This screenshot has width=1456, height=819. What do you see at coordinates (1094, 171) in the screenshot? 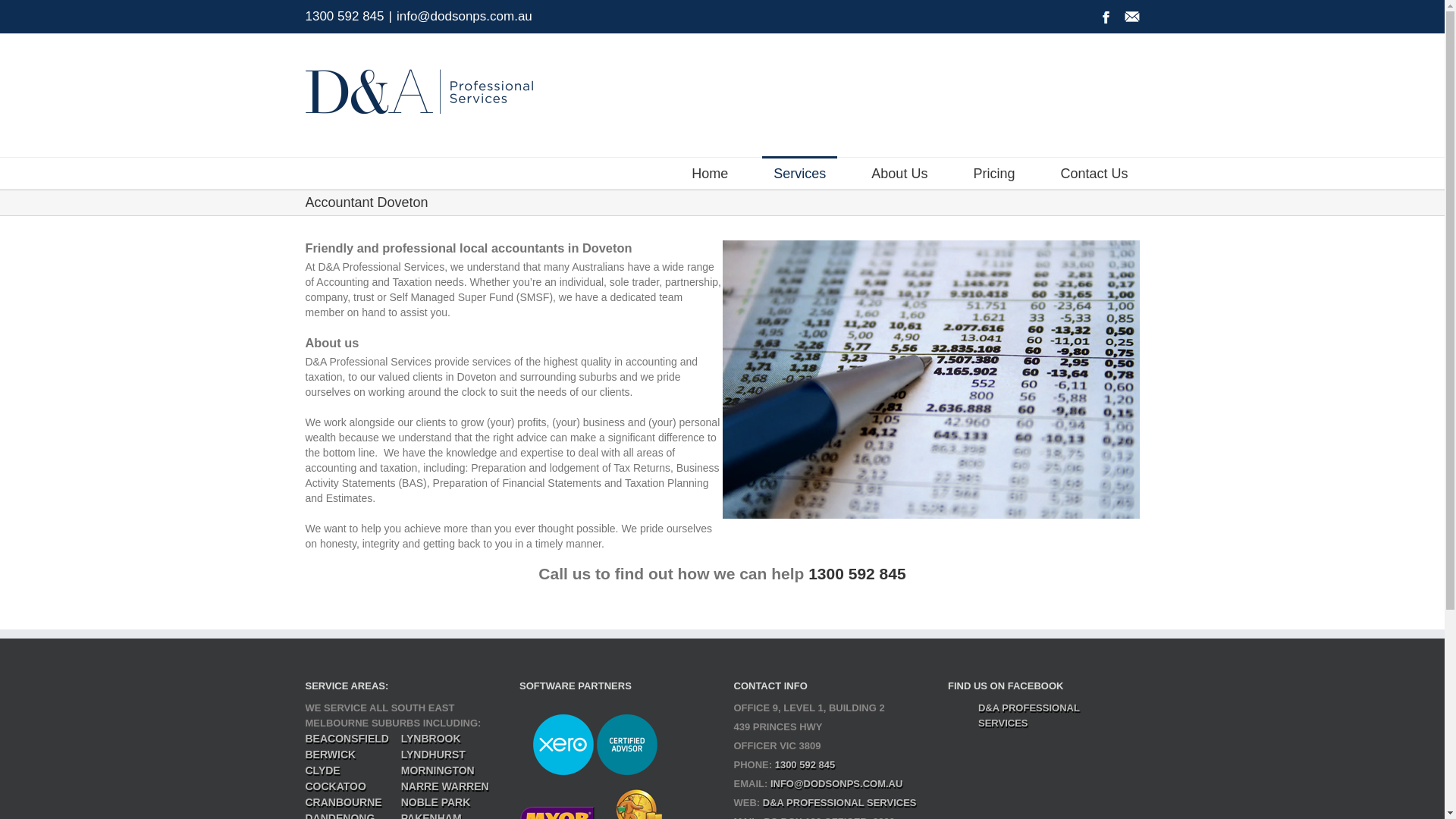
I see `'Contact Us'` at bounding box center [1094, 171].